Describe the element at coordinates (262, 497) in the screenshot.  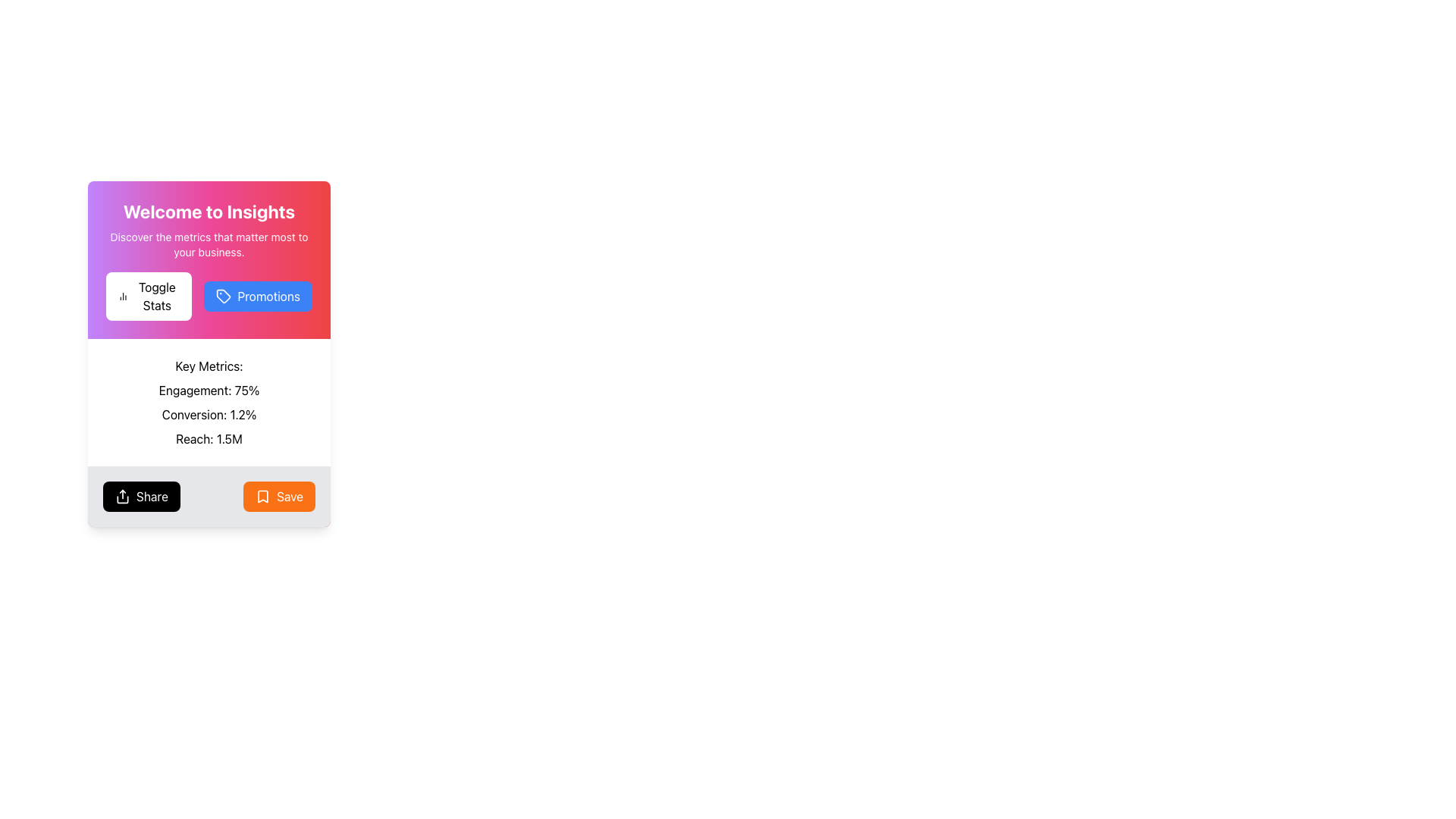
I see `the bookmark icon resembling a flag with an orange fill, located within the 'Save' button at the bottom-right corner of the card interface` at that location.